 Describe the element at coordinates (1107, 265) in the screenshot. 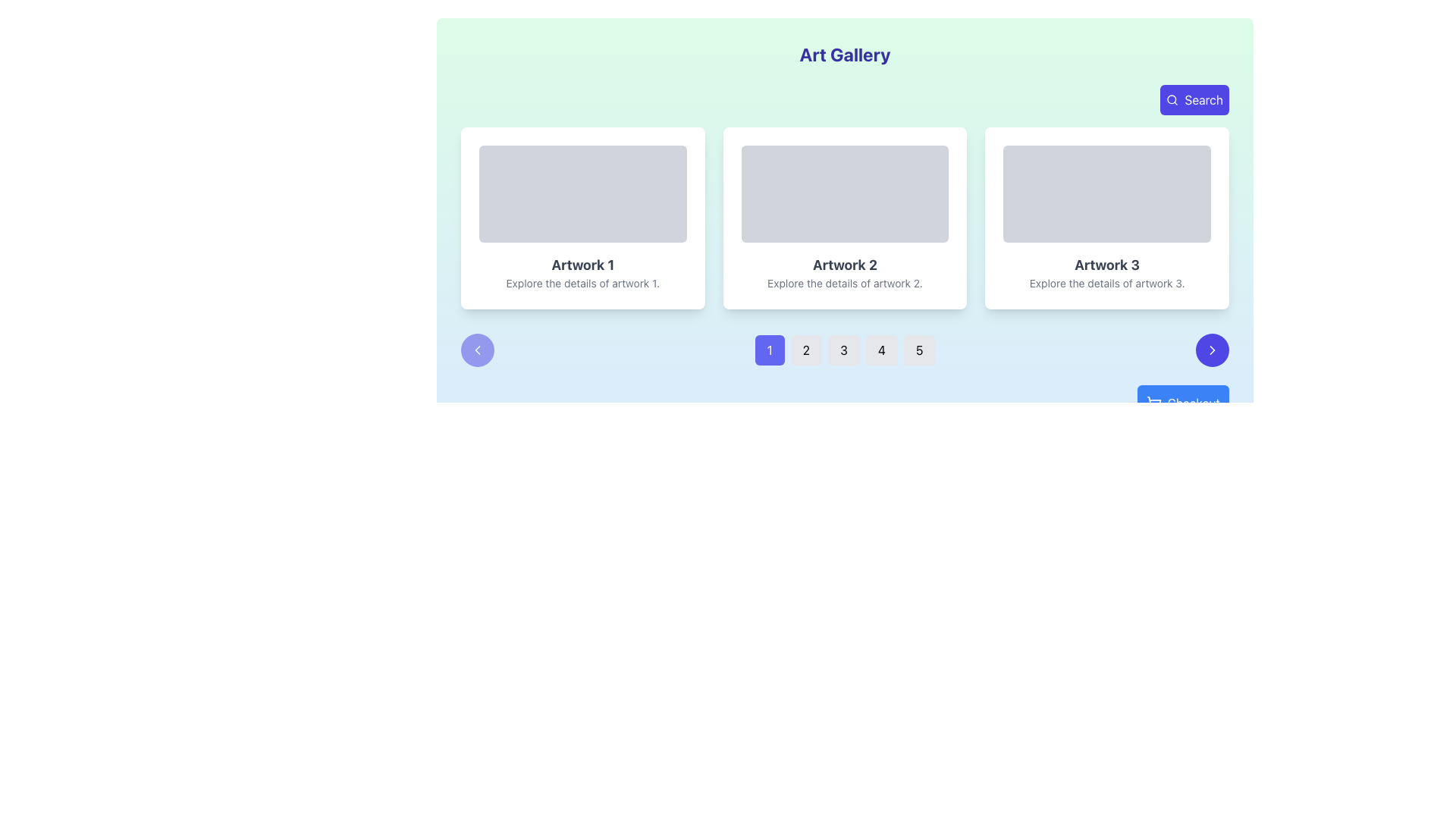

I see `the bold text label reading 'Artwork 3', which is part of the third card in a horizontally oriented list, located directly below the image placeholder` at that location.